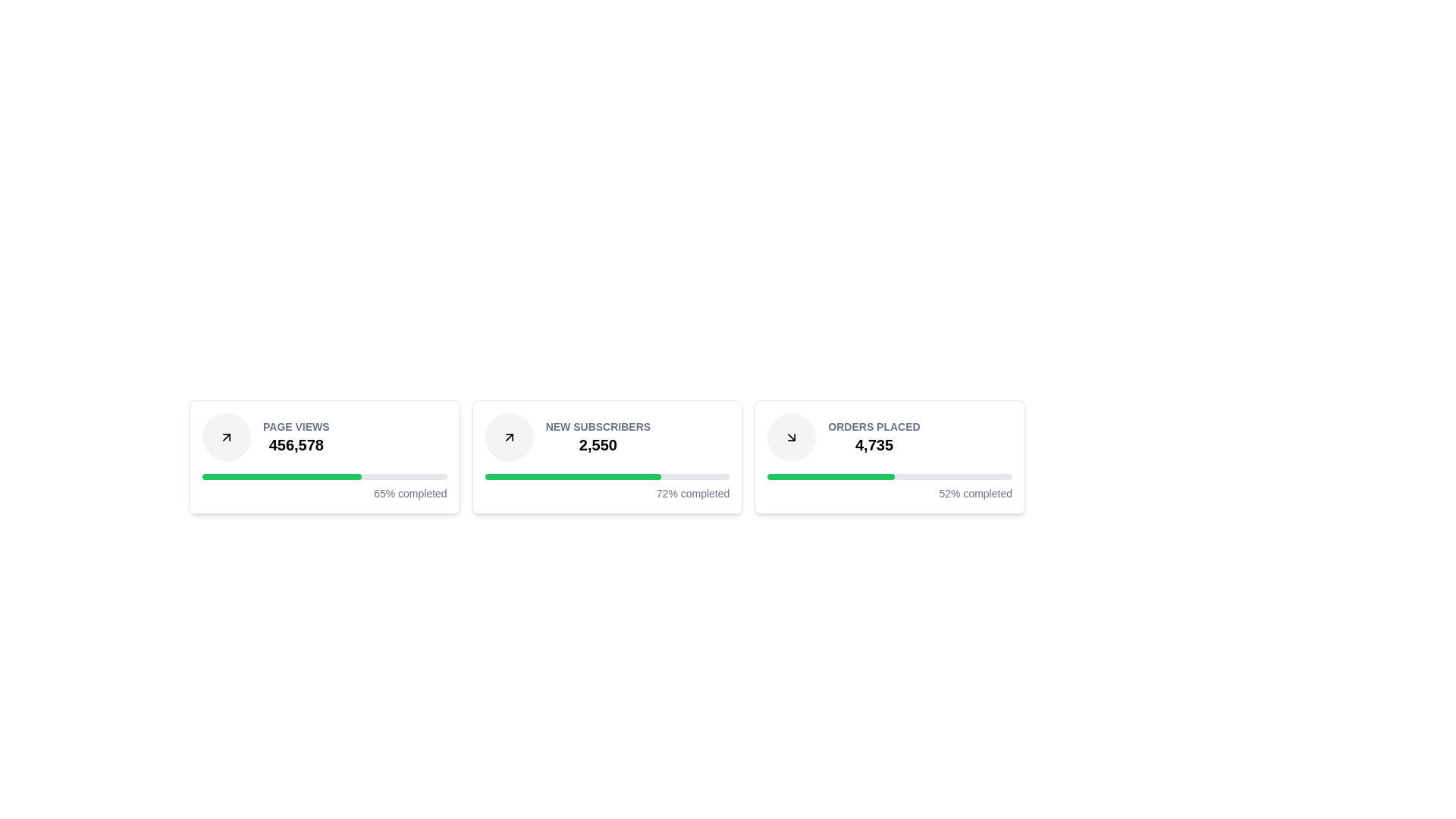 The width and height of the screenshot is (1456, 819). What do you see at coordinates (890, 488) in the screenshot?
I see `Progress Bar showing '52% completed' within the 'Orders Placed' card for additional details` at bounding box center [890, 488].